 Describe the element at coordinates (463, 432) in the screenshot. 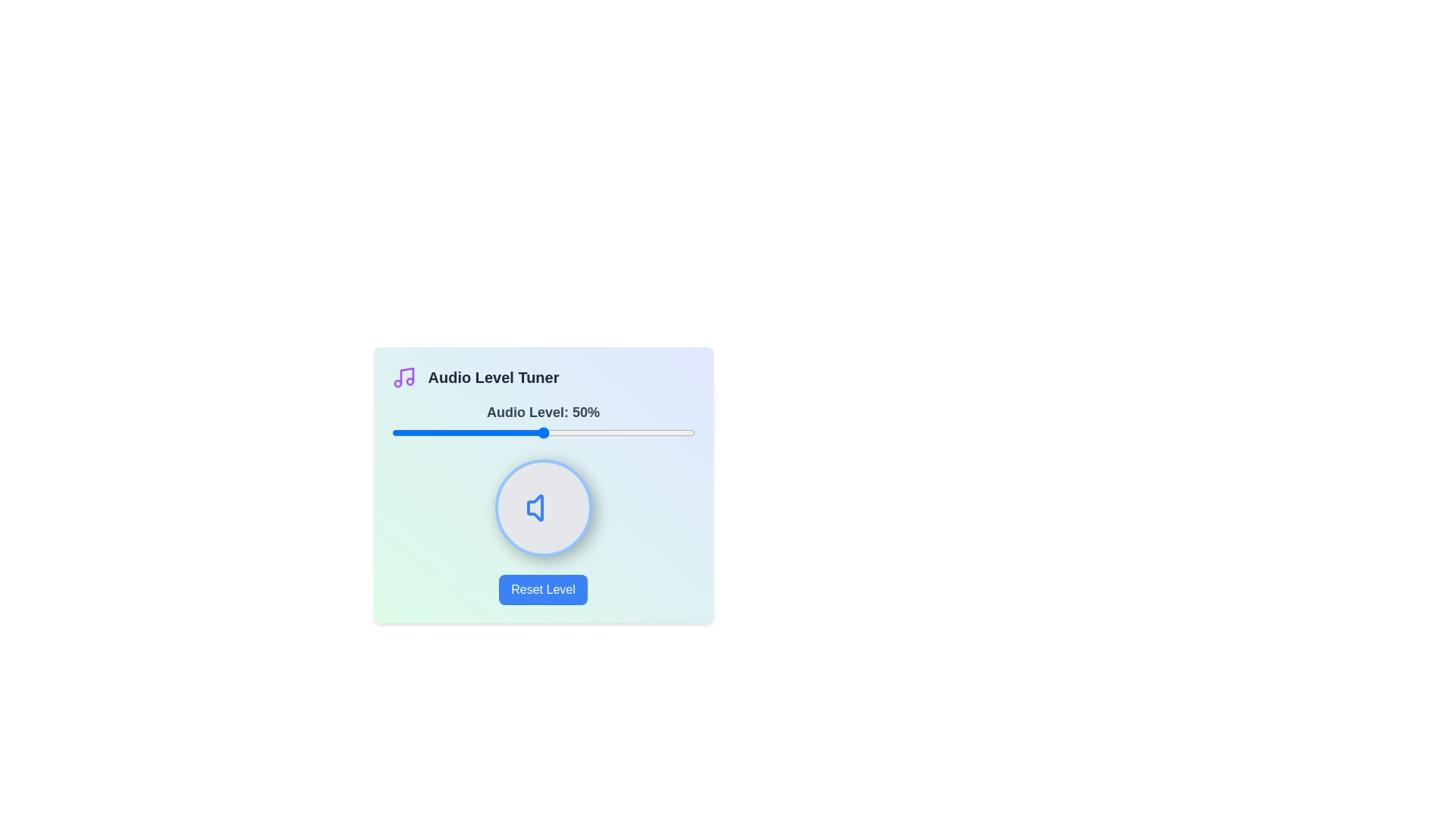

I see `the audio level to 24% by dragging the slider` at that location.